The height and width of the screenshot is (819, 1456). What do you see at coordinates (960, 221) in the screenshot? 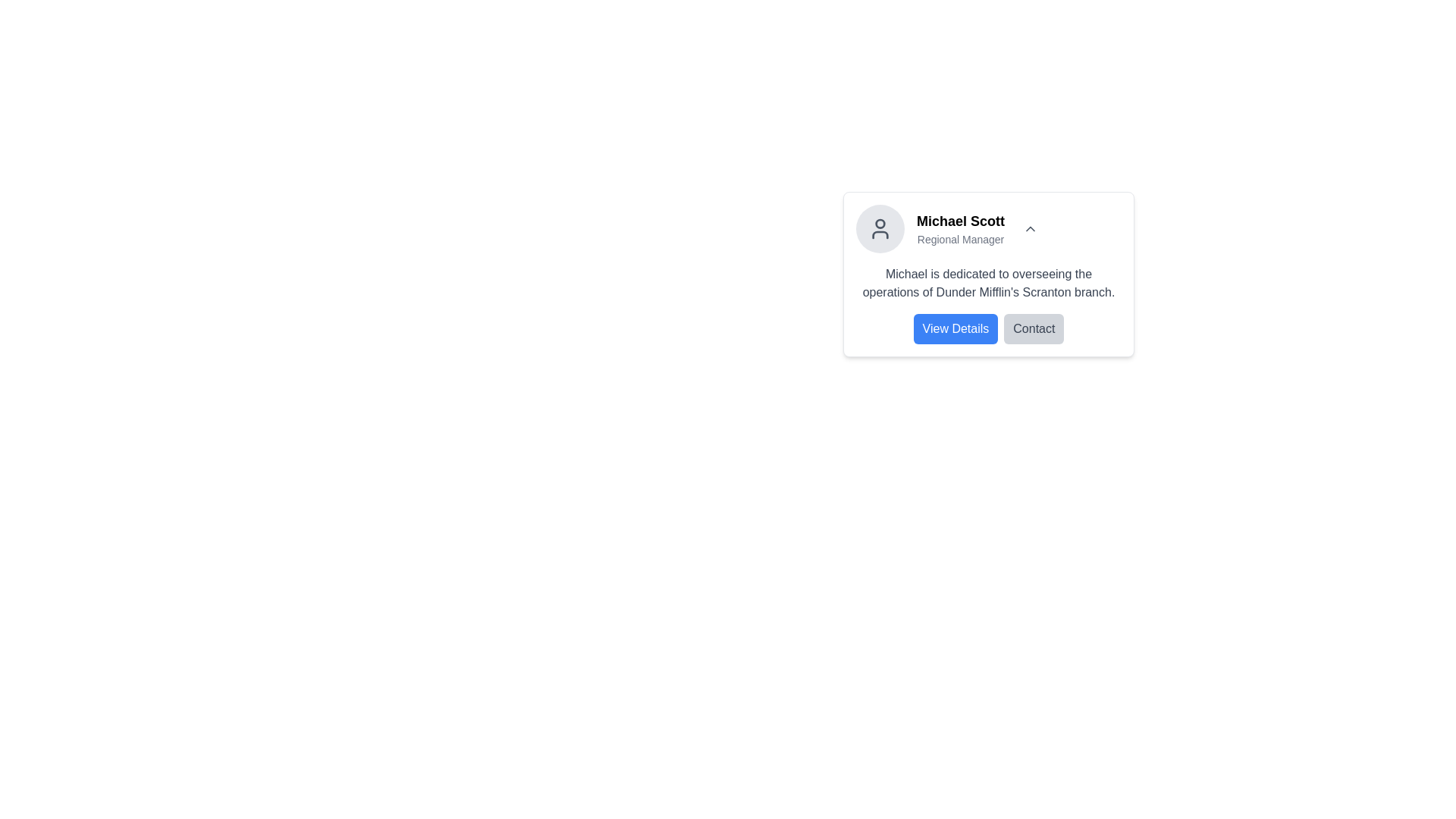
I see `the bolded text label 'Michael Scott' positioned above the designation label 'Regional Manager' in the card layout` at bounding box center [960, 221].